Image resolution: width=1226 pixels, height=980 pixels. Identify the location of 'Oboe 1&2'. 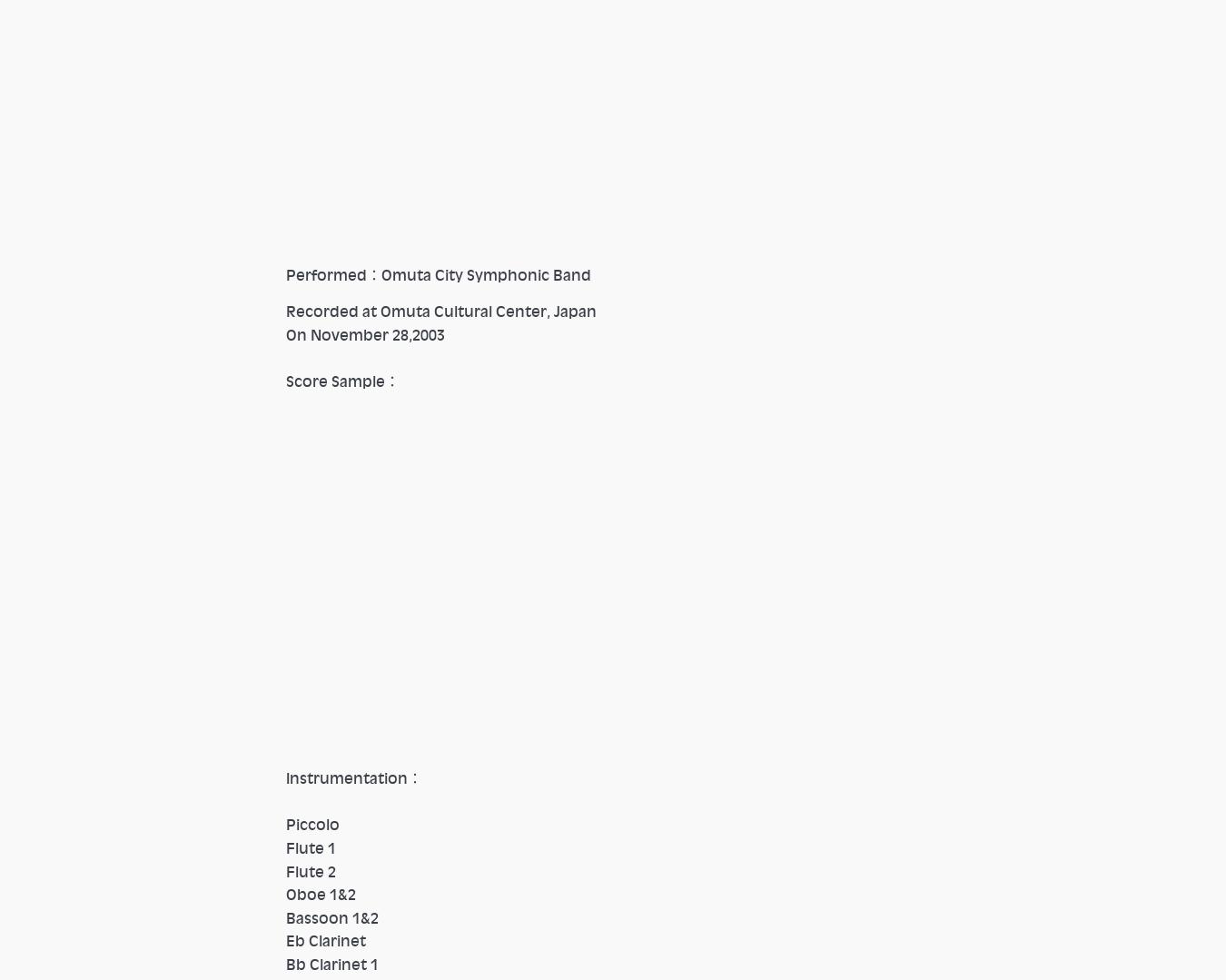
(321, 894).